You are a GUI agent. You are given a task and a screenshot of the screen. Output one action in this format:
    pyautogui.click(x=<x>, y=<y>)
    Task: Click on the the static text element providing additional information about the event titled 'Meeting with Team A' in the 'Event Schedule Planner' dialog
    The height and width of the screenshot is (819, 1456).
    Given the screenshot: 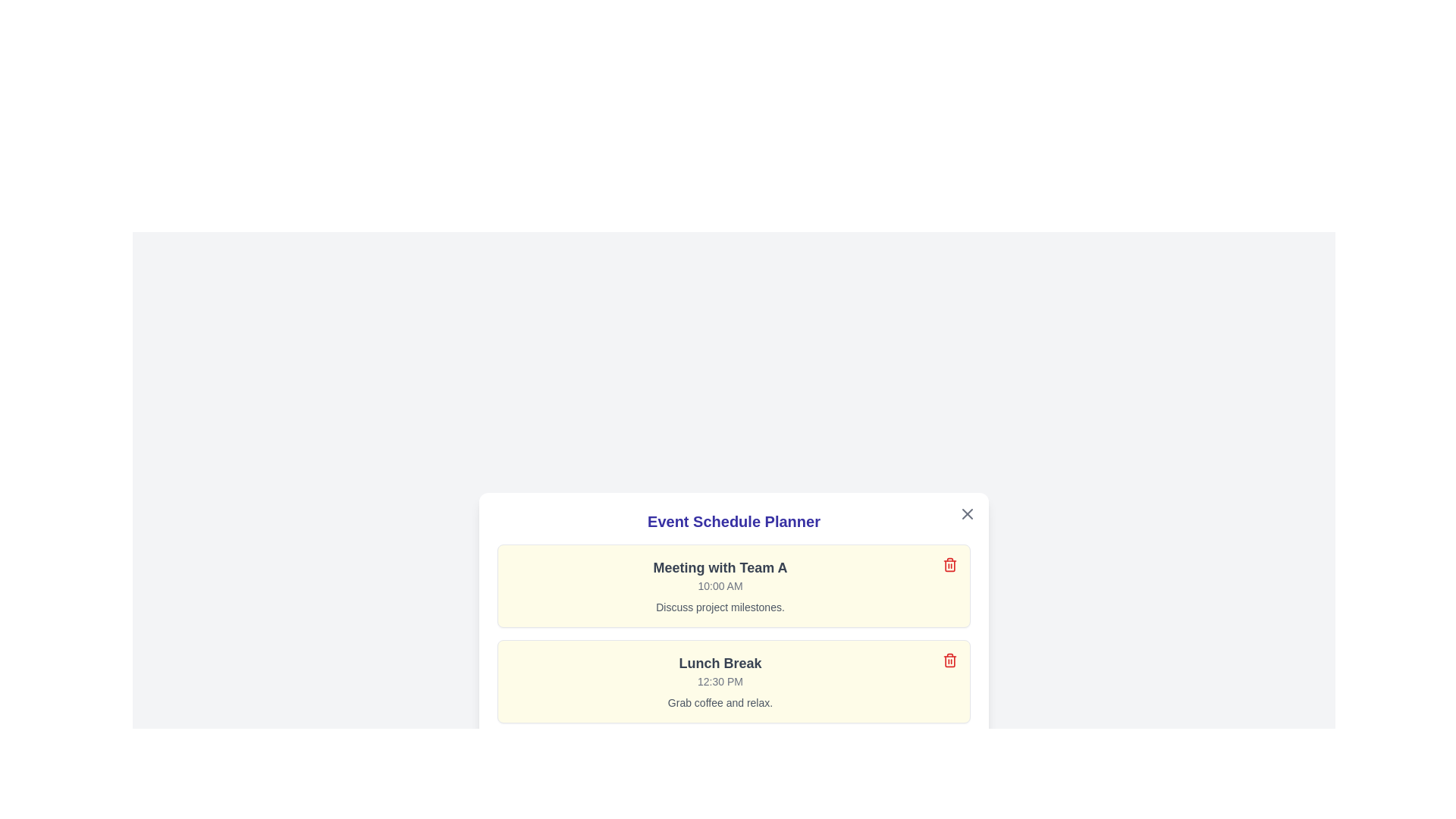 What is the action you would take?
    pyautogui.click(x=720, y=607)
    